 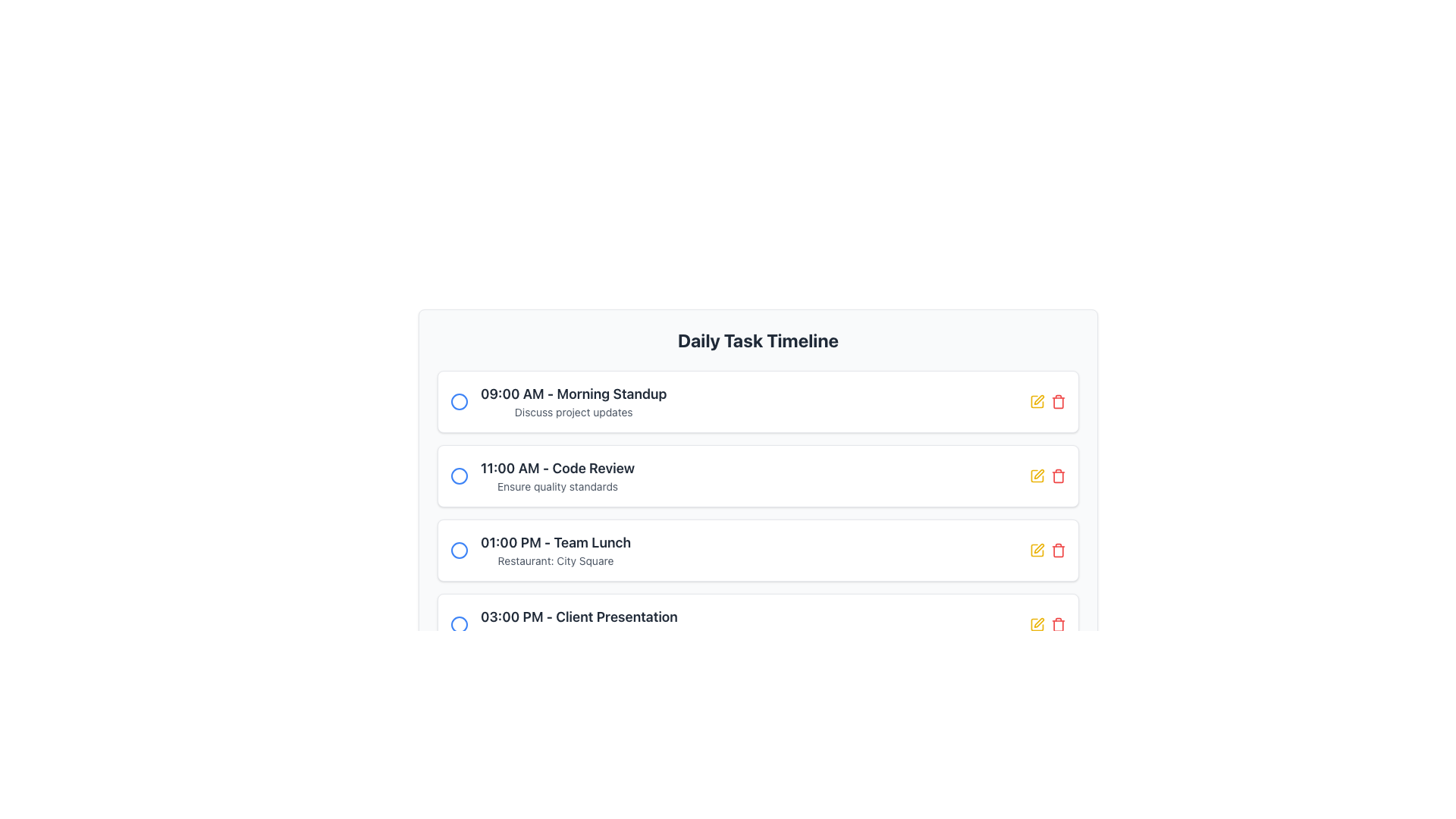 I want to click on the circular status indicator located to the left of the time label '01:00 PM - Team Lunch' in the third entry of the event list, so click(x=458, y=550).